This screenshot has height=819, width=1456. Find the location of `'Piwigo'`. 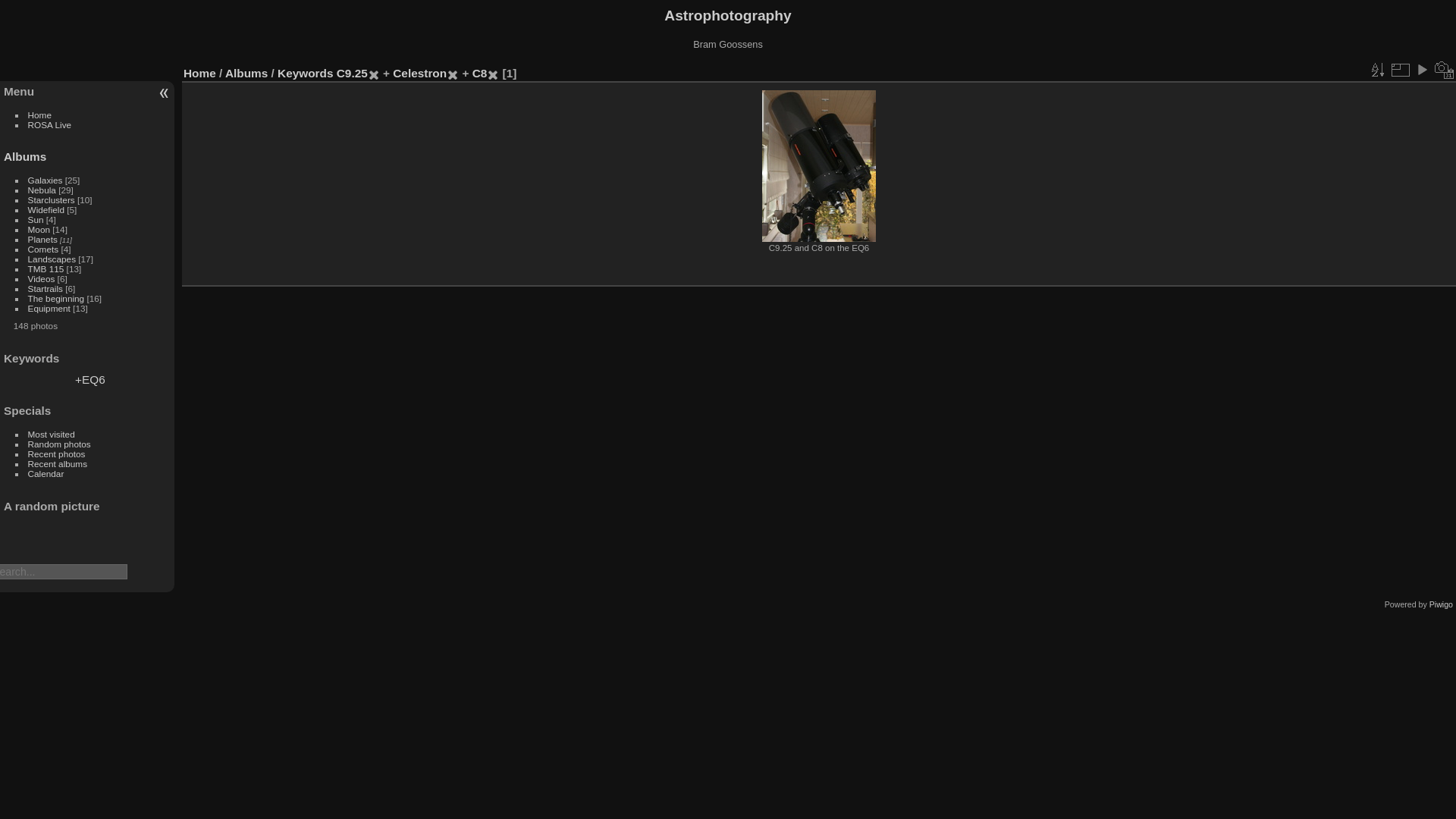

'Piwigo' is located at coordinates (1440, 604).